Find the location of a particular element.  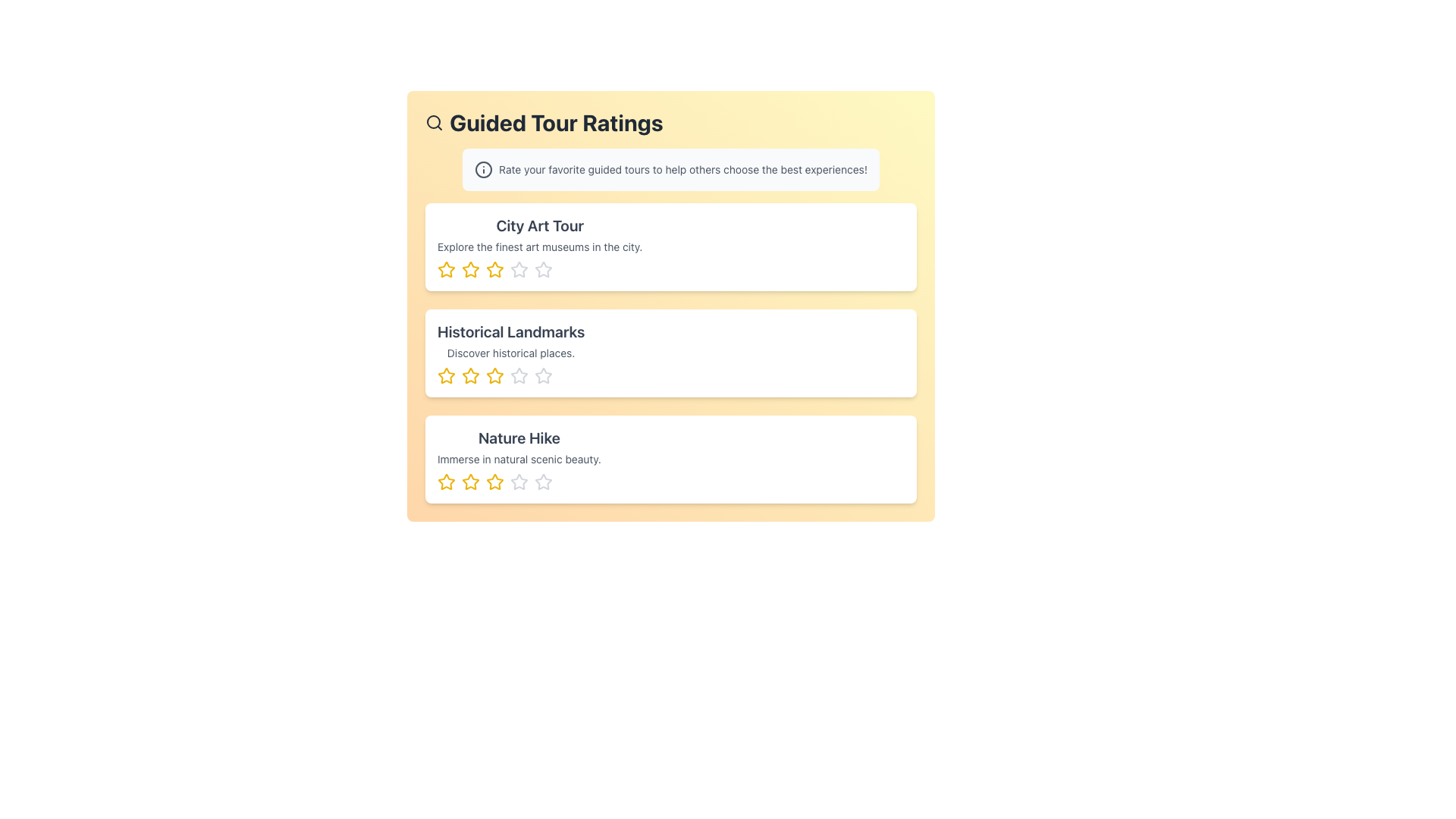

the circular SVG element of the search icon, which is located to the left of the 'Guided Tour Ratings' heading is located at coordinates (432, 121).